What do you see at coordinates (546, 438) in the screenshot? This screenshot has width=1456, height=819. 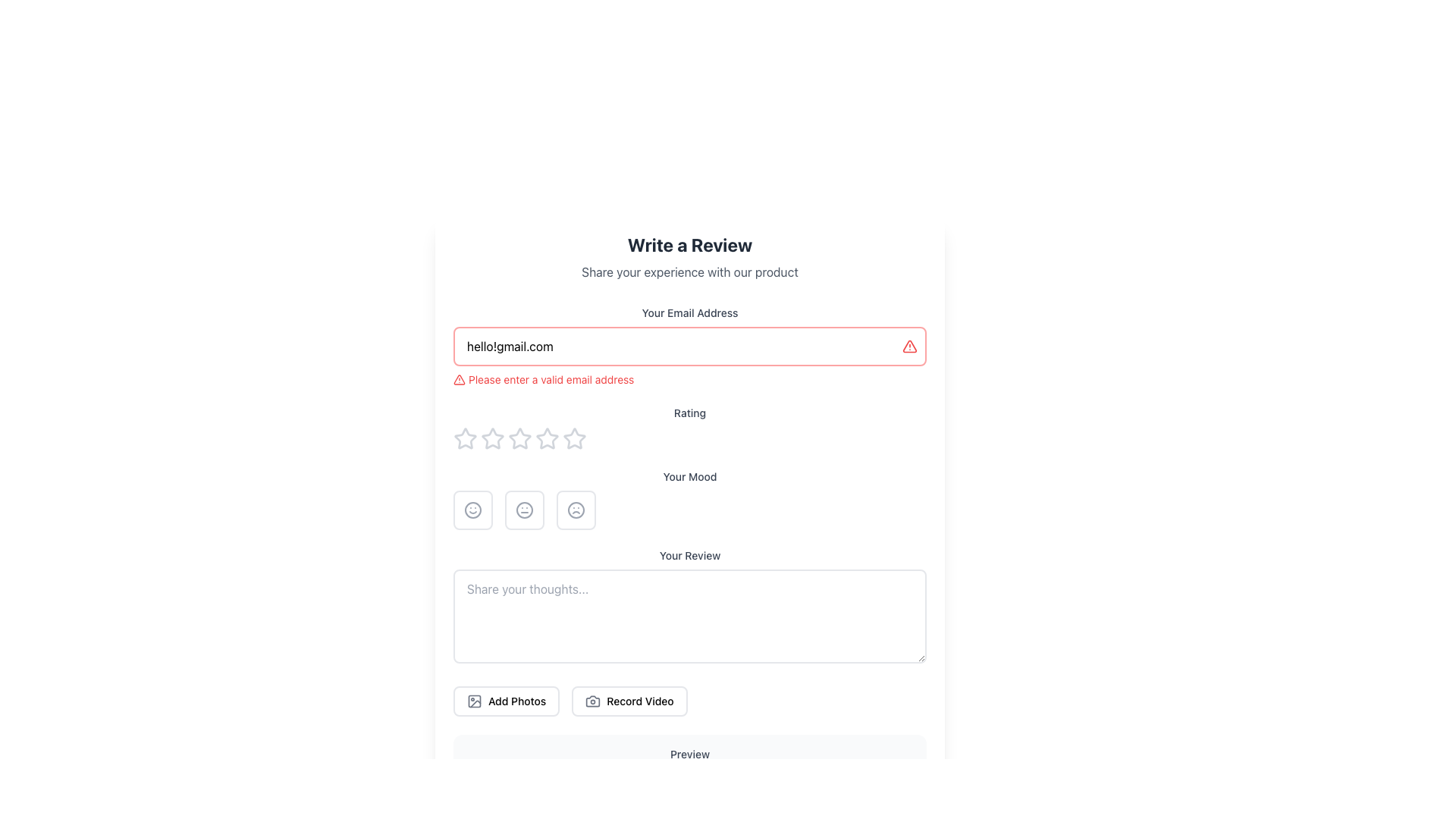 I see `the third star-shaped rating icon in the Rating section to provide a 3-star rating` at bounding box center [546, 438].